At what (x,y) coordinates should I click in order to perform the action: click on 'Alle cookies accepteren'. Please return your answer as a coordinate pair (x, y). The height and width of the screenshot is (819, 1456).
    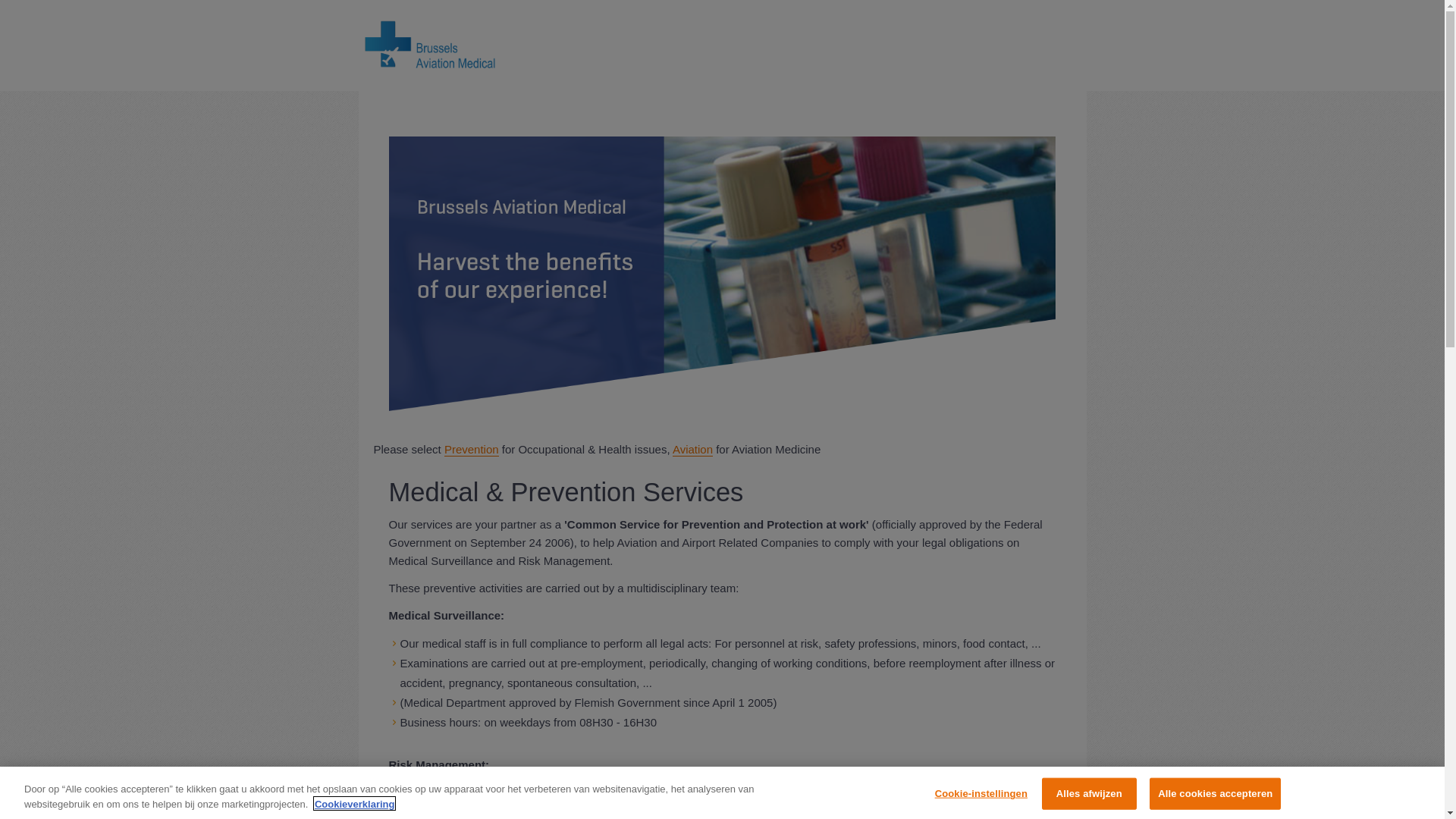
    Looking at the image, I should click on (1215, 792).